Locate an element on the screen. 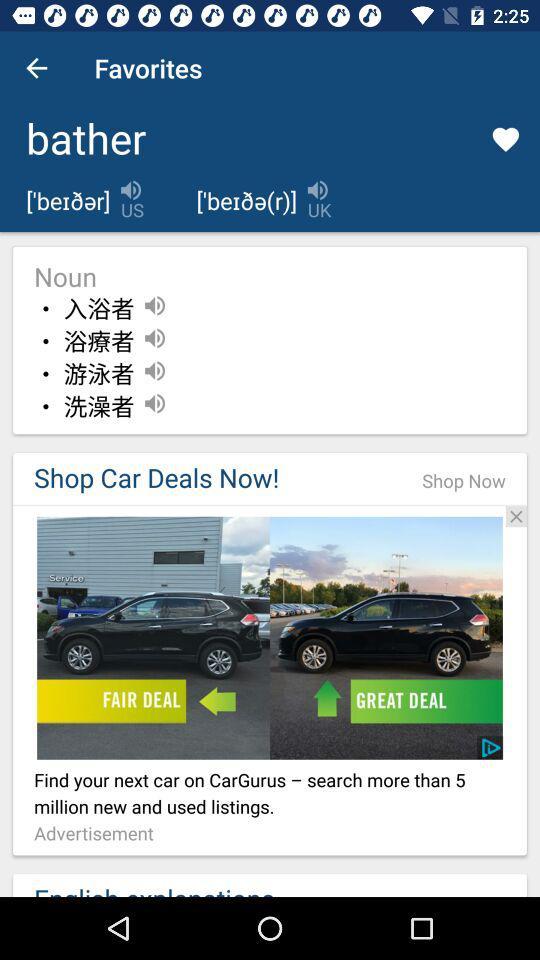  item below the noun icon is located at coordinates (98, 309).